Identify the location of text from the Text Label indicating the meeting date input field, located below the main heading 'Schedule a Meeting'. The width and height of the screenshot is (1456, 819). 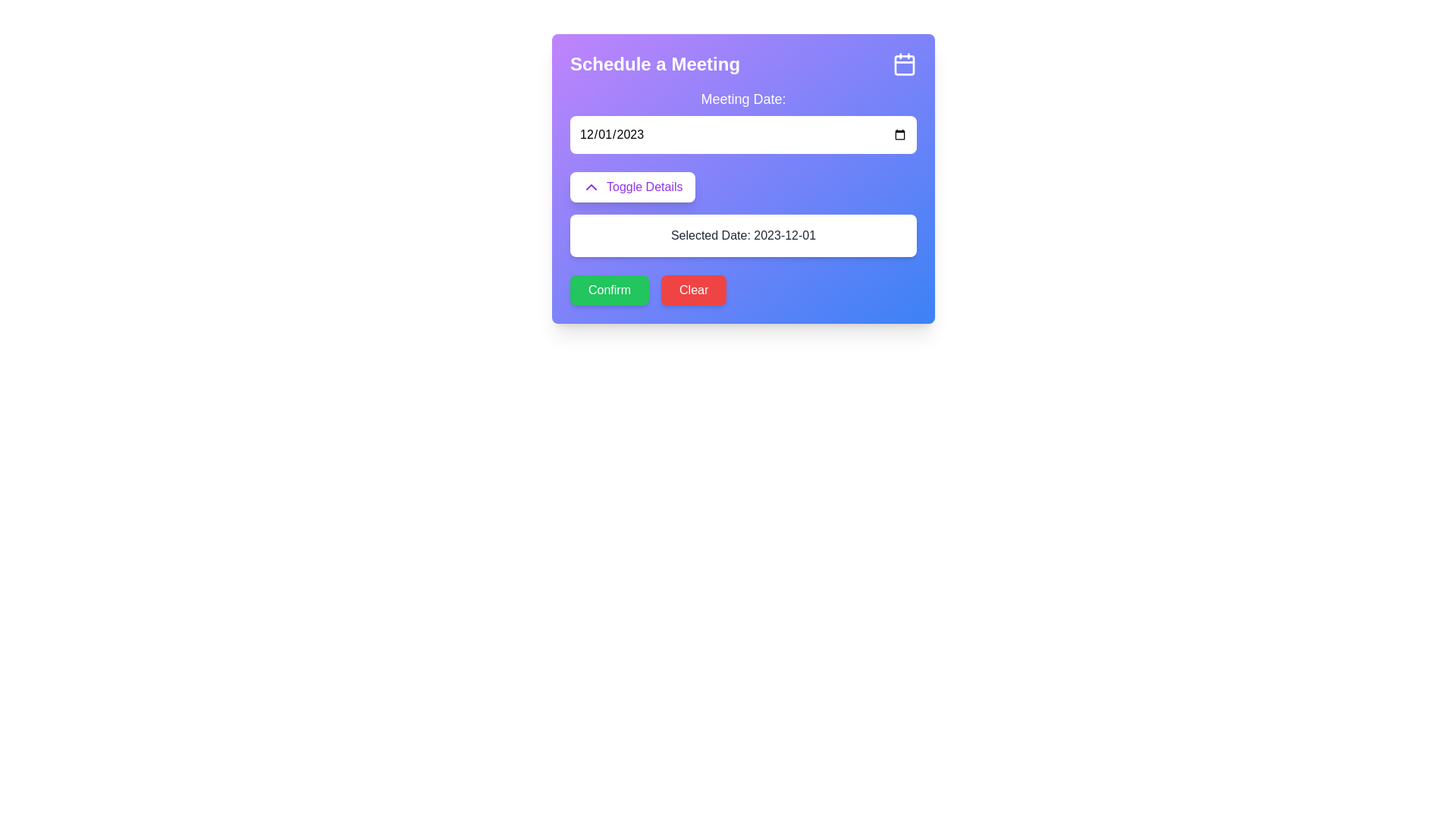
(743, 99).